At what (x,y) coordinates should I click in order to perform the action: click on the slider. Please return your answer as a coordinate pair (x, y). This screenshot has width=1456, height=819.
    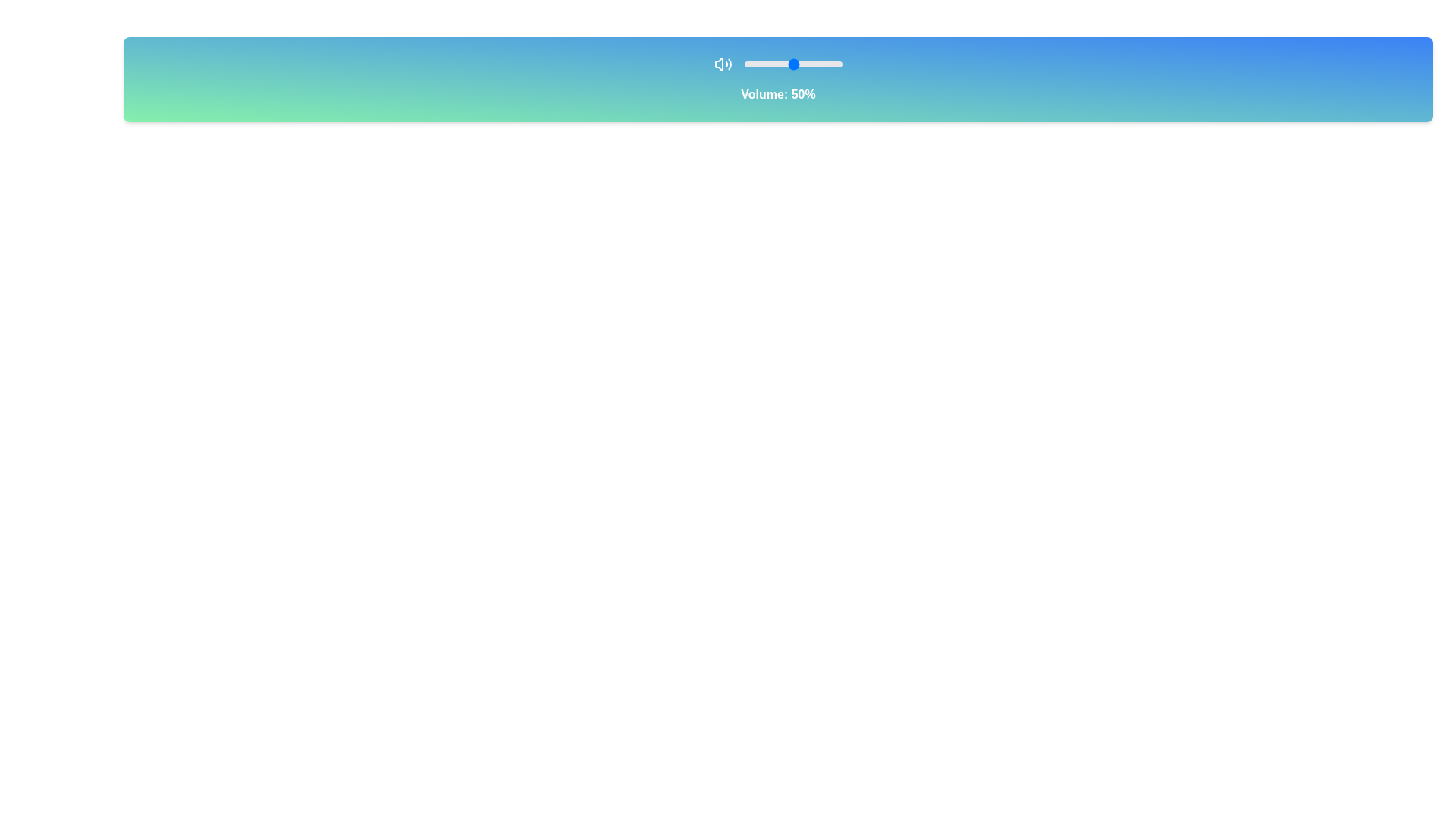
    Looking at the image, I should click on (754, 63).